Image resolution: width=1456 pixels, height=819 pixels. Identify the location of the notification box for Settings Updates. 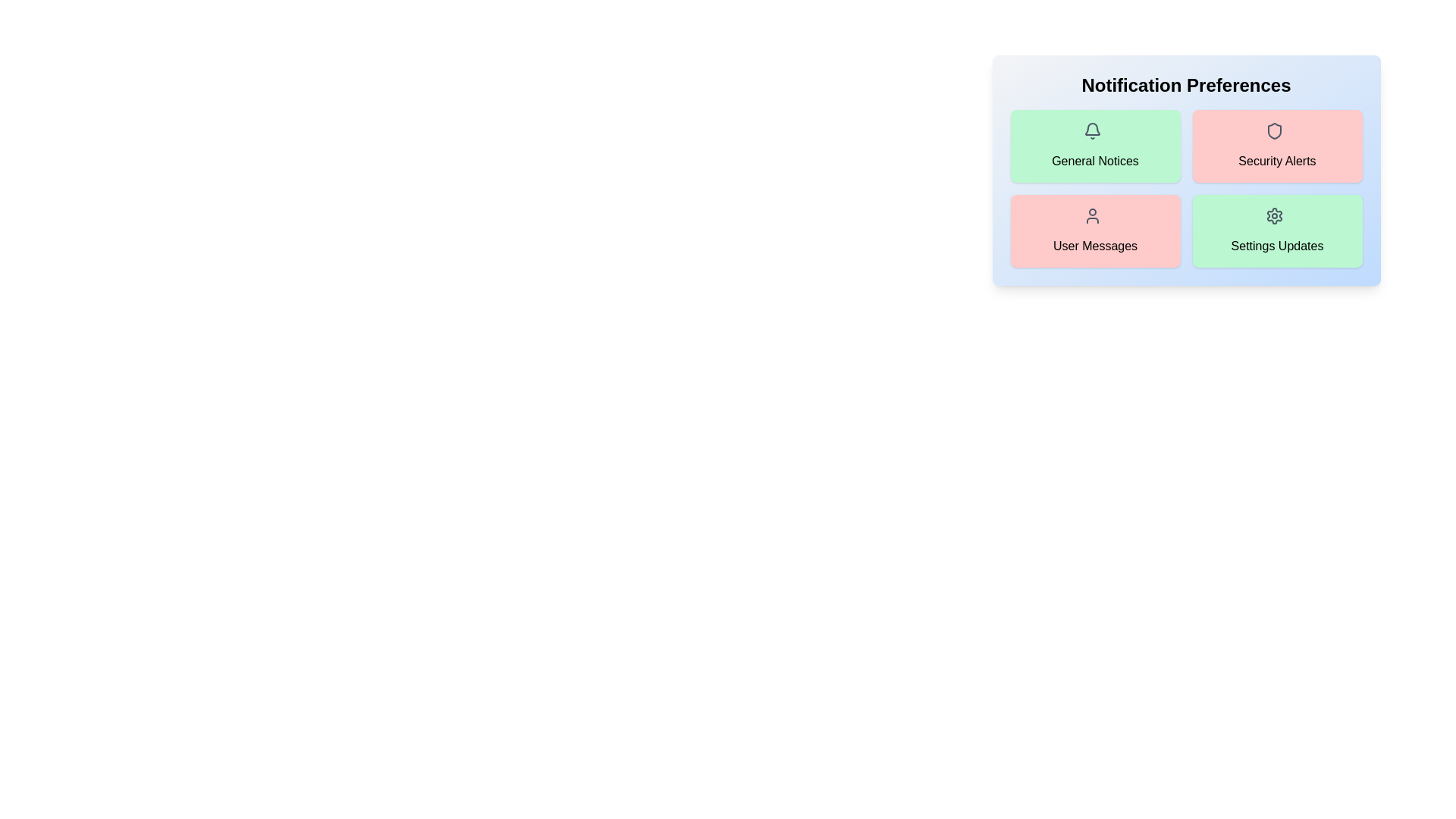
(1276, 231).